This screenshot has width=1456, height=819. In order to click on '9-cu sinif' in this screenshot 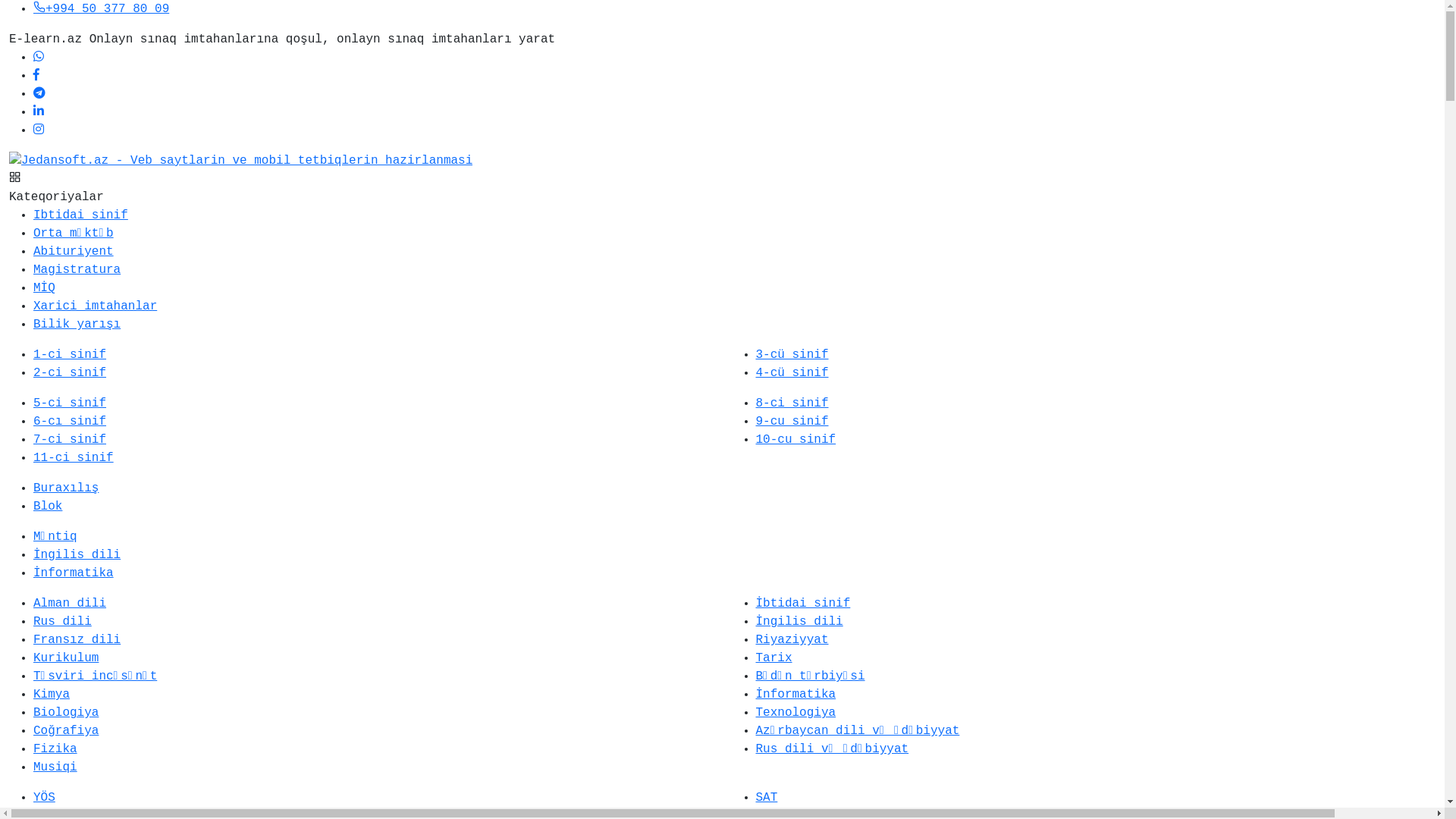, I will do `click(755, 421)`.